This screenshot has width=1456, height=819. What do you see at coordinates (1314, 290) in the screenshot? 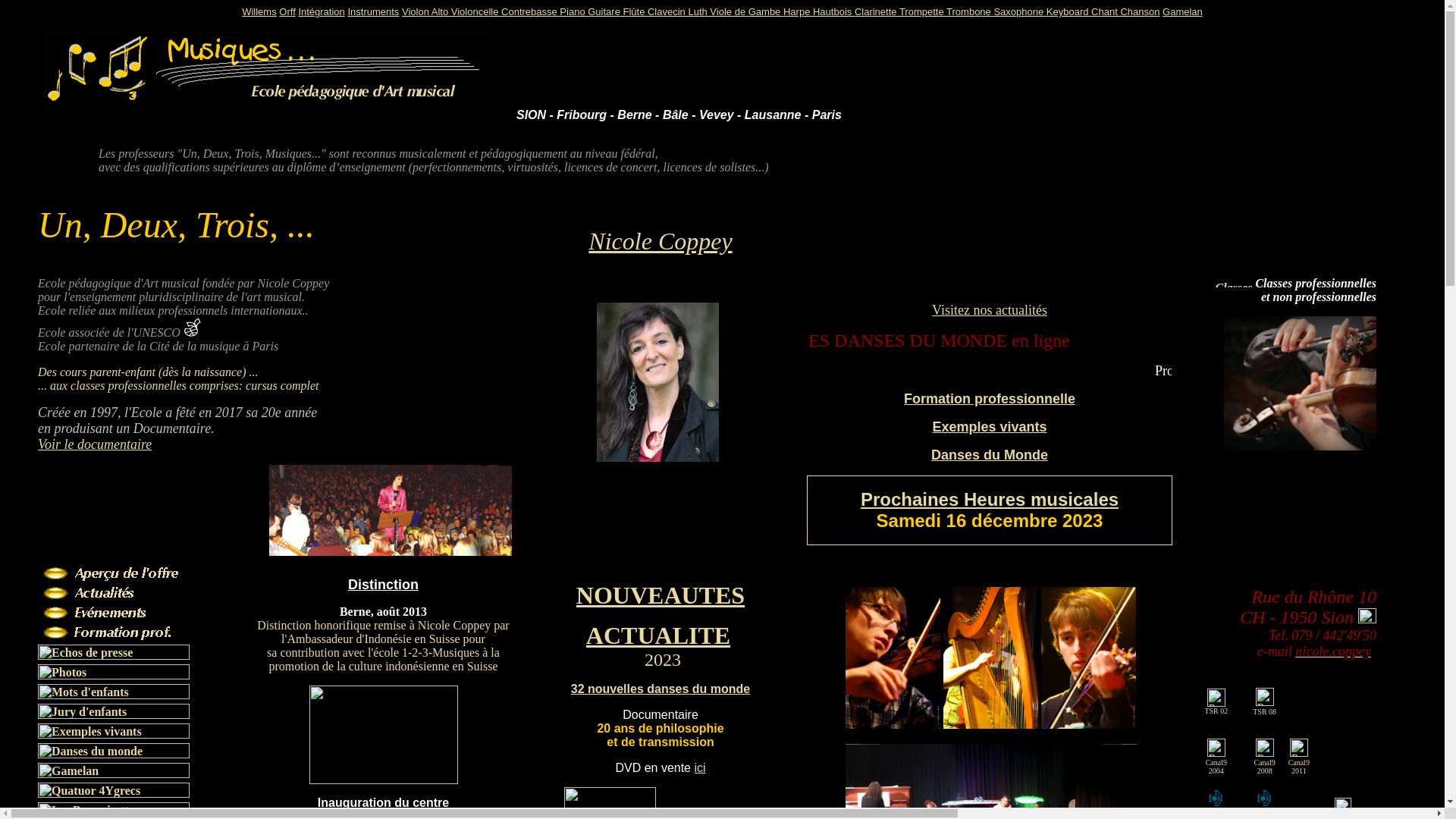
I see `'Classes professionnelles` at bounding box center [1314, 290].